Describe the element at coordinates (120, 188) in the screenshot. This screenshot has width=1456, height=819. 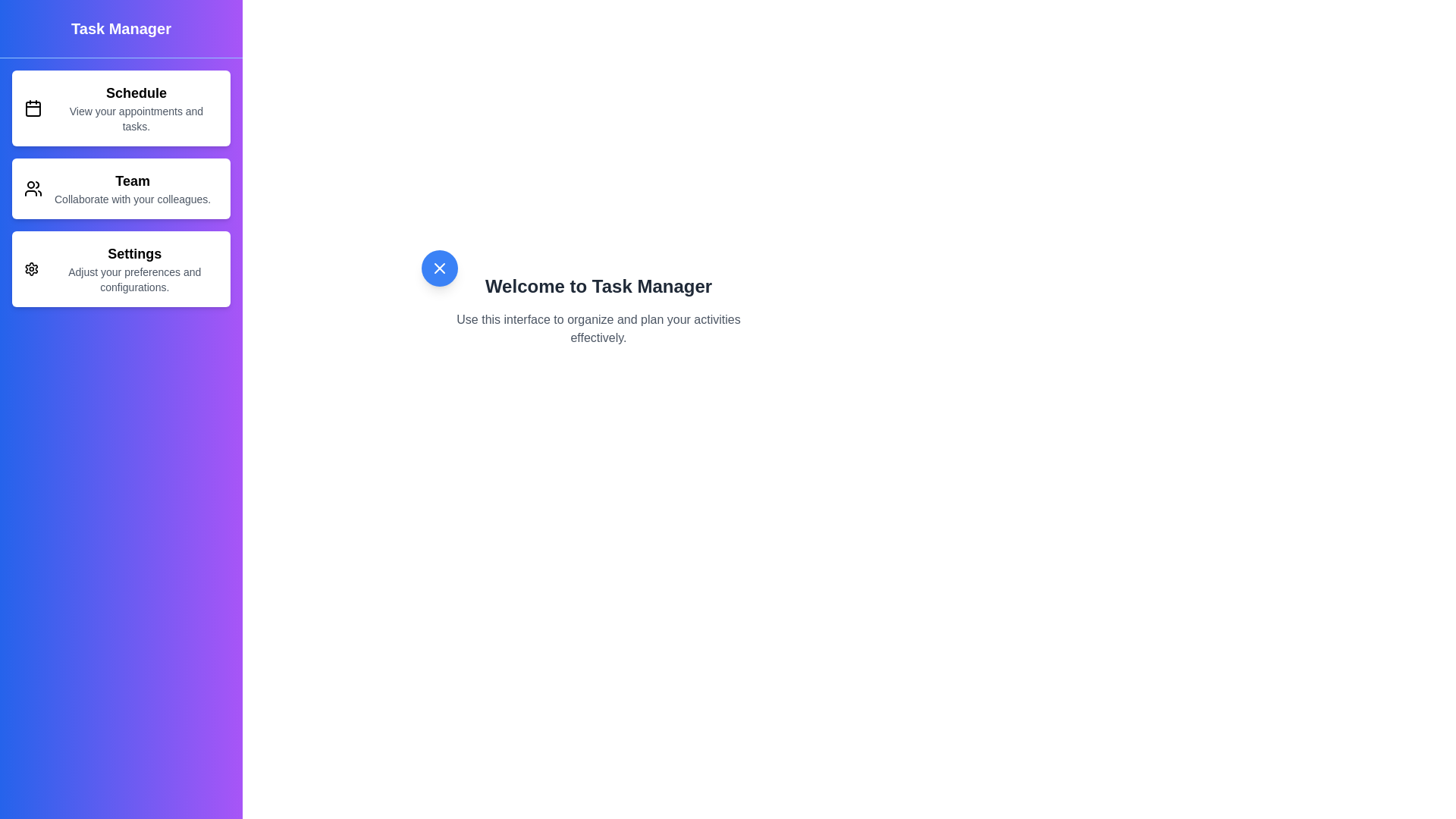
I see `the menu item Team` at that location.